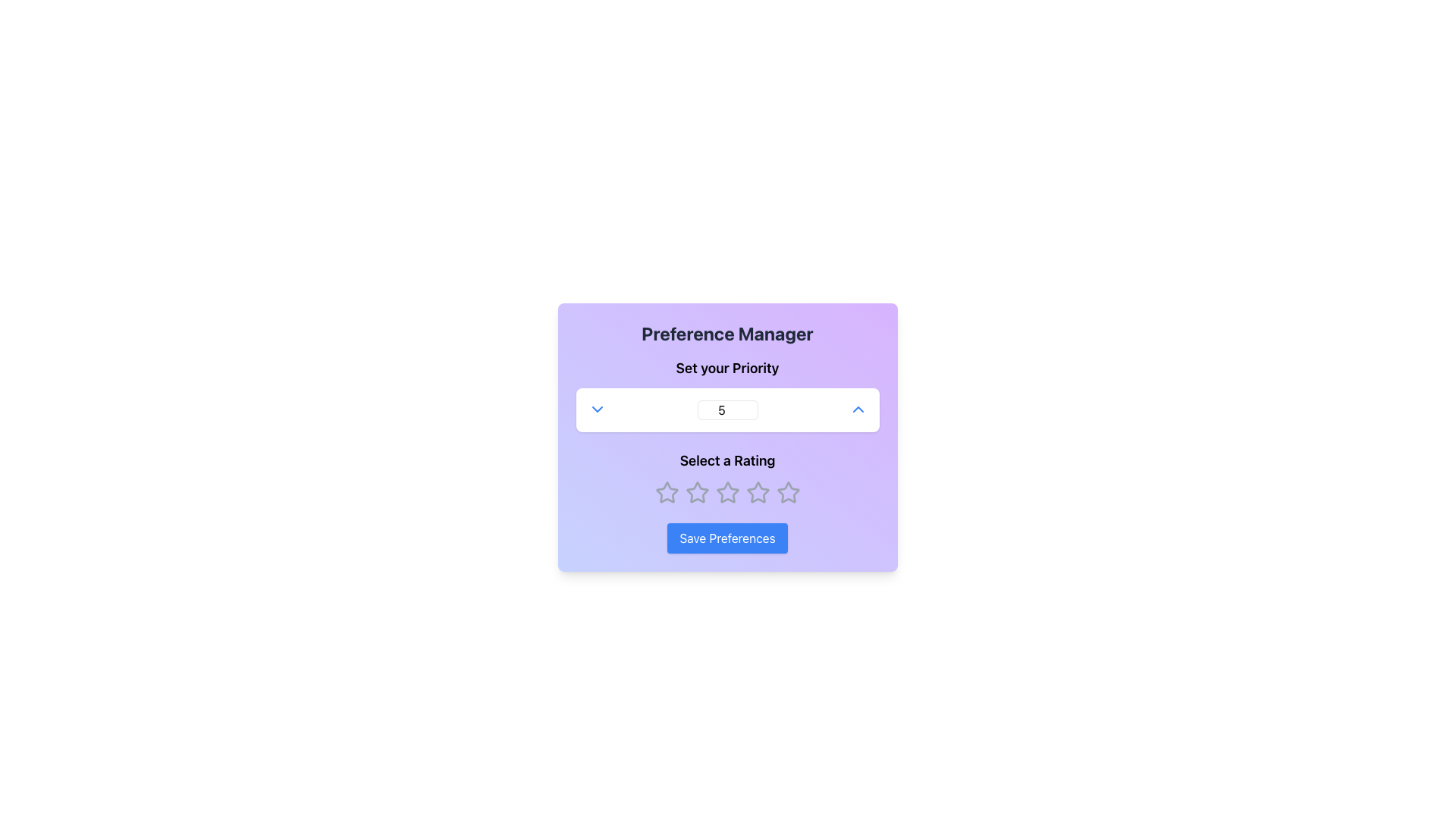 The width and height of the screenshot is (1456, 819). What do you see at coordinates (667, 493) in the screenshot?
I see `the first star icon from the left in the row of six star icons` at bounding box center [667, 493].